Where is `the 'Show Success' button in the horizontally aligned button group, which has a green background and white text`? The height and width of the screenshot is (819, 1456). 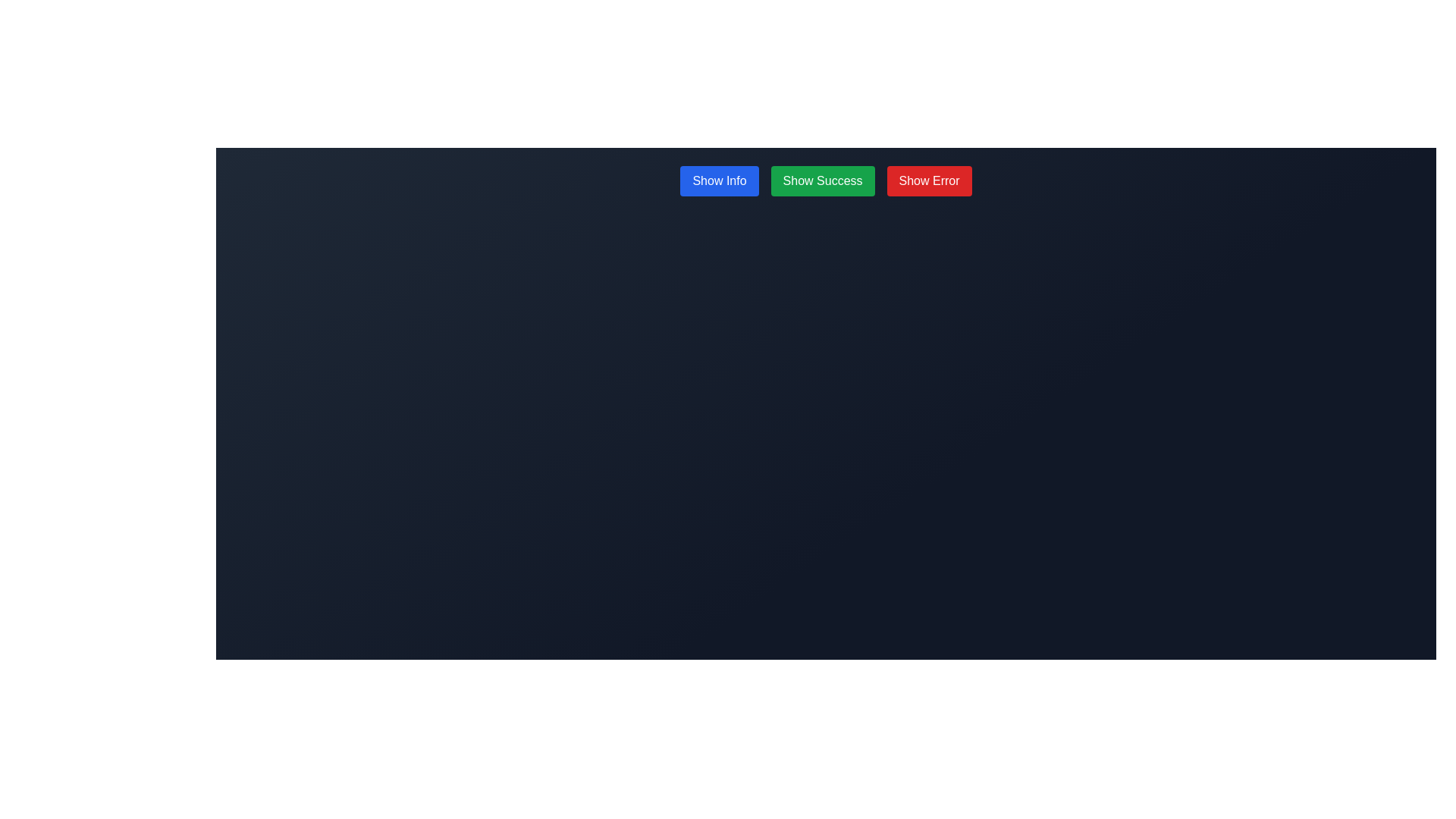
the 'Show Success' button in the horizontally aligned button group, which has a green background and white text is located at coordinates (825, 180).